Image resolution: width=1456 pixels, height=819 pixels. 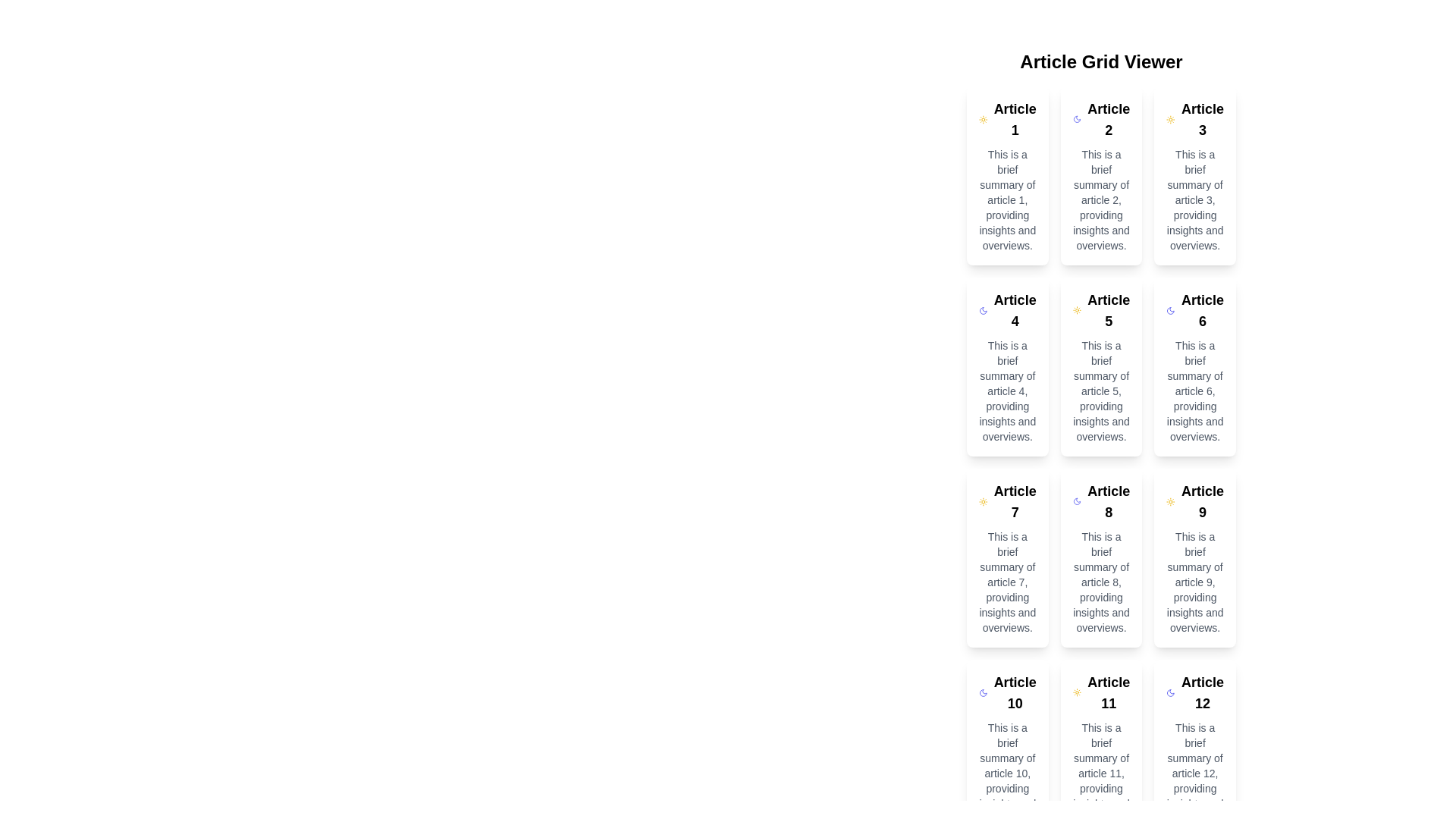 I want to click on summary of the article displayed in the text block located below the title 'Article 1' in the top-left corner of the grid, so click(x=1007, y=199).